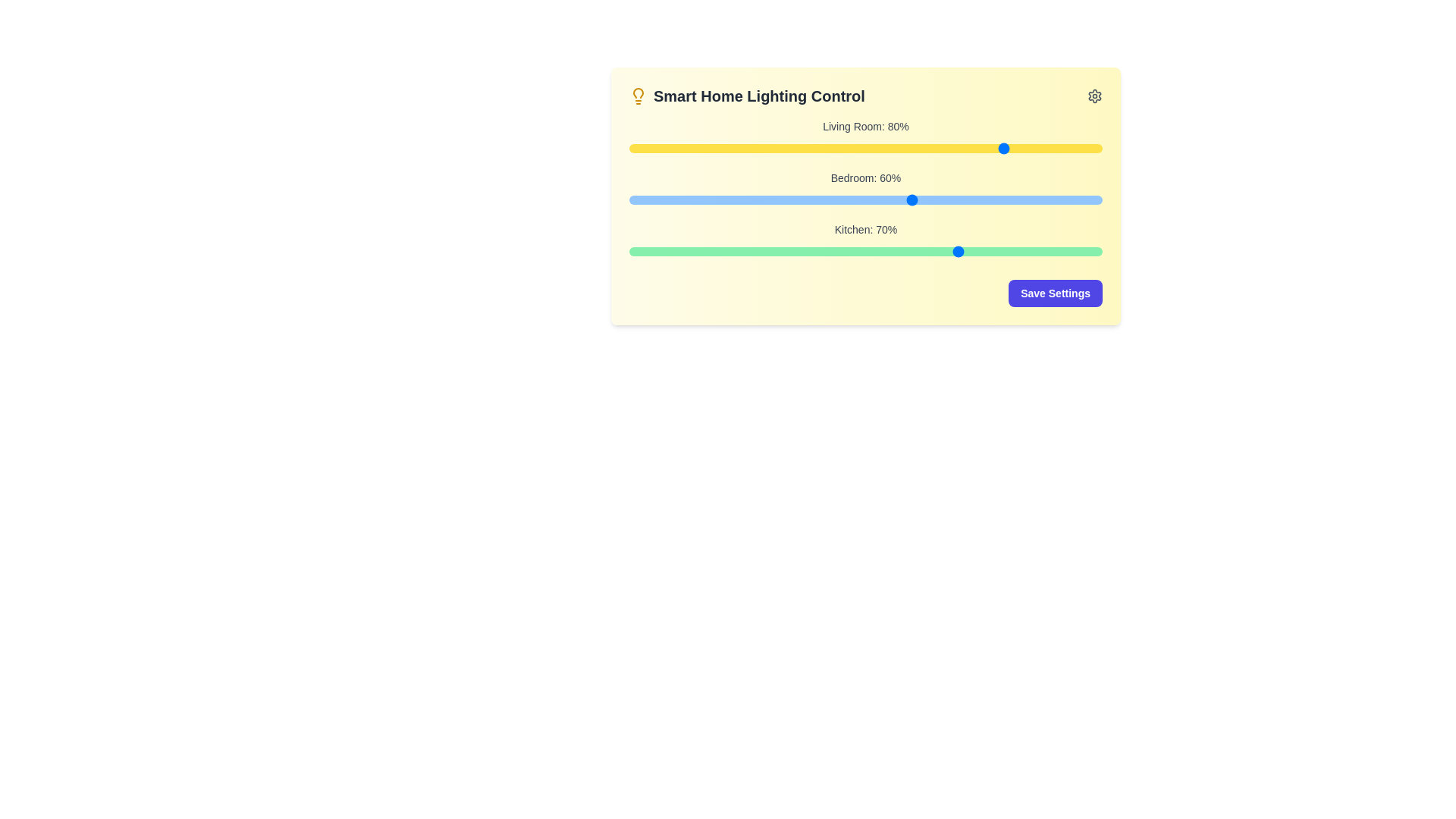  What do you see at coordinates (638, 96) in the screenshot?
I see `the light bulb icon representing 'Smart Home Lighting Control' located at the top of the panel` at bounding box center [638, 96].